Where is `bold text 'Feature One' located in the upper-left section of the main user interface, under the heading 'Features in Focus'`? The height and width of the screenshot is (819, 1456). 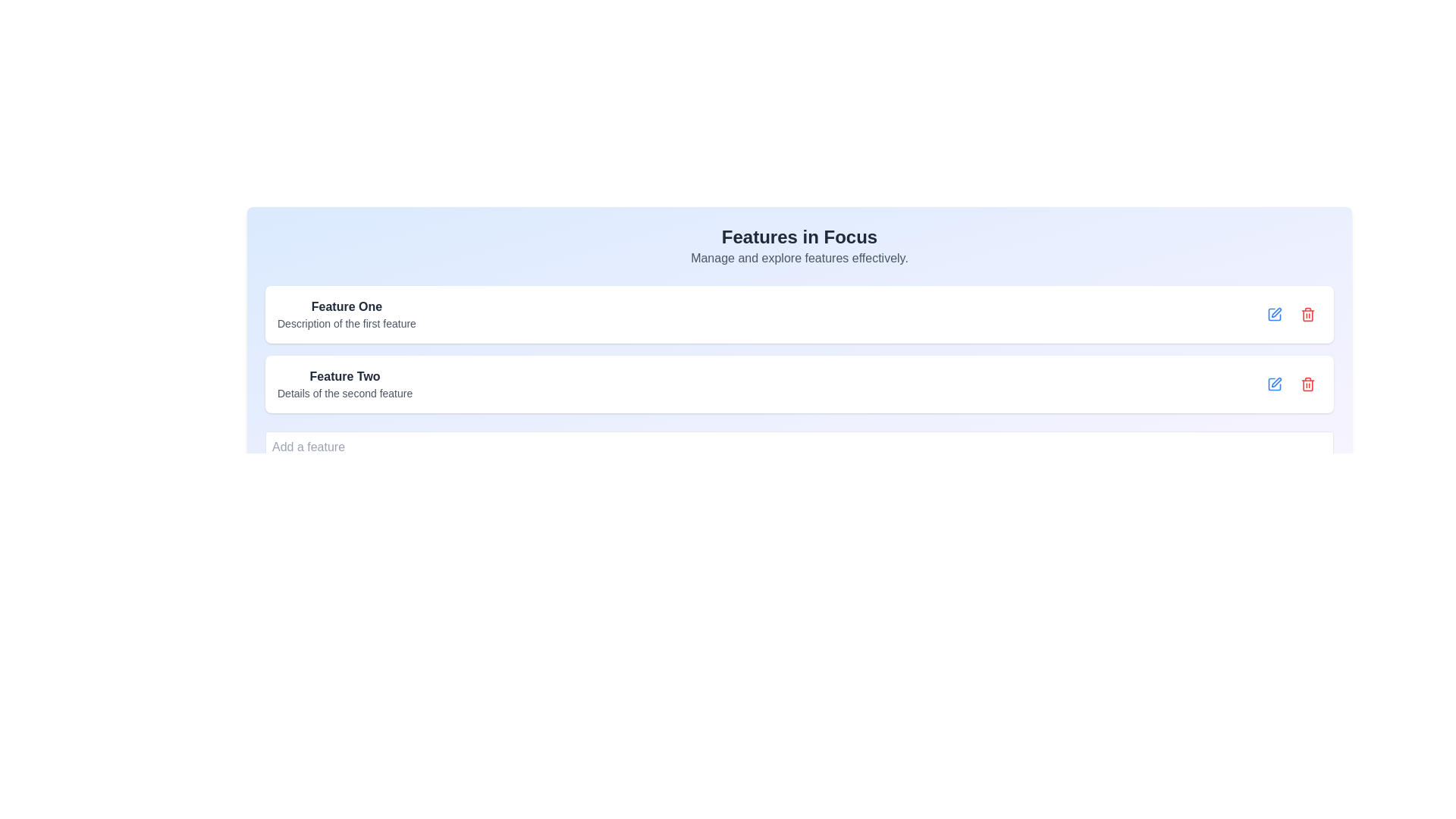 bold text 'Feature One' located in the upper-left section of the main user interface, under the heading 'Features in Focus' is located at coordinates (346, 307).